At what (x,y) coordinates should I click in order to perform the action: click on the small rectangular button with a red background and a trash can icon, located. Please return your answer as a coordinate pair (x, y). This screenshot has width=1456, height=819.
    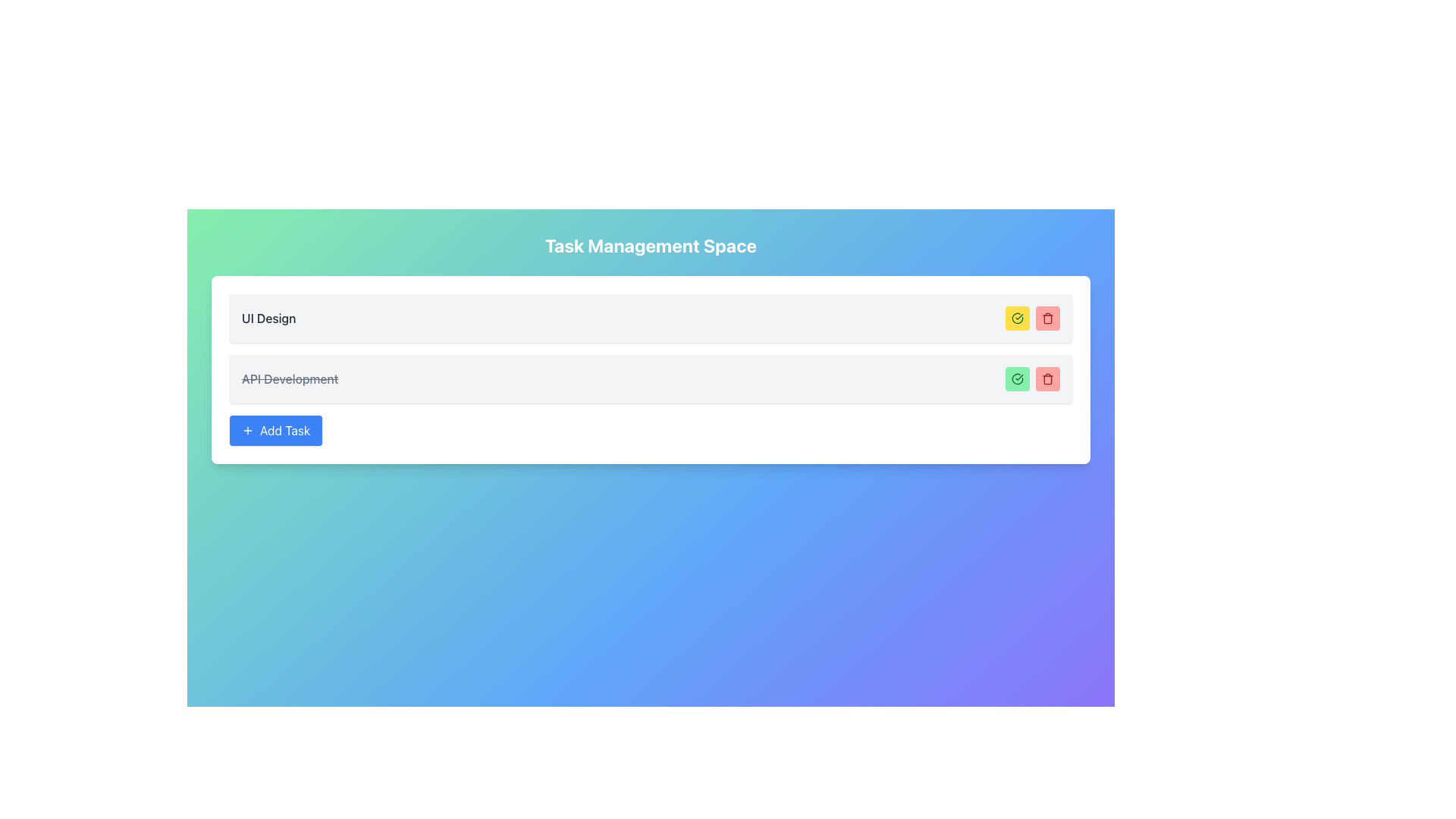
    Looking at the image, I should click on (1047, 318).